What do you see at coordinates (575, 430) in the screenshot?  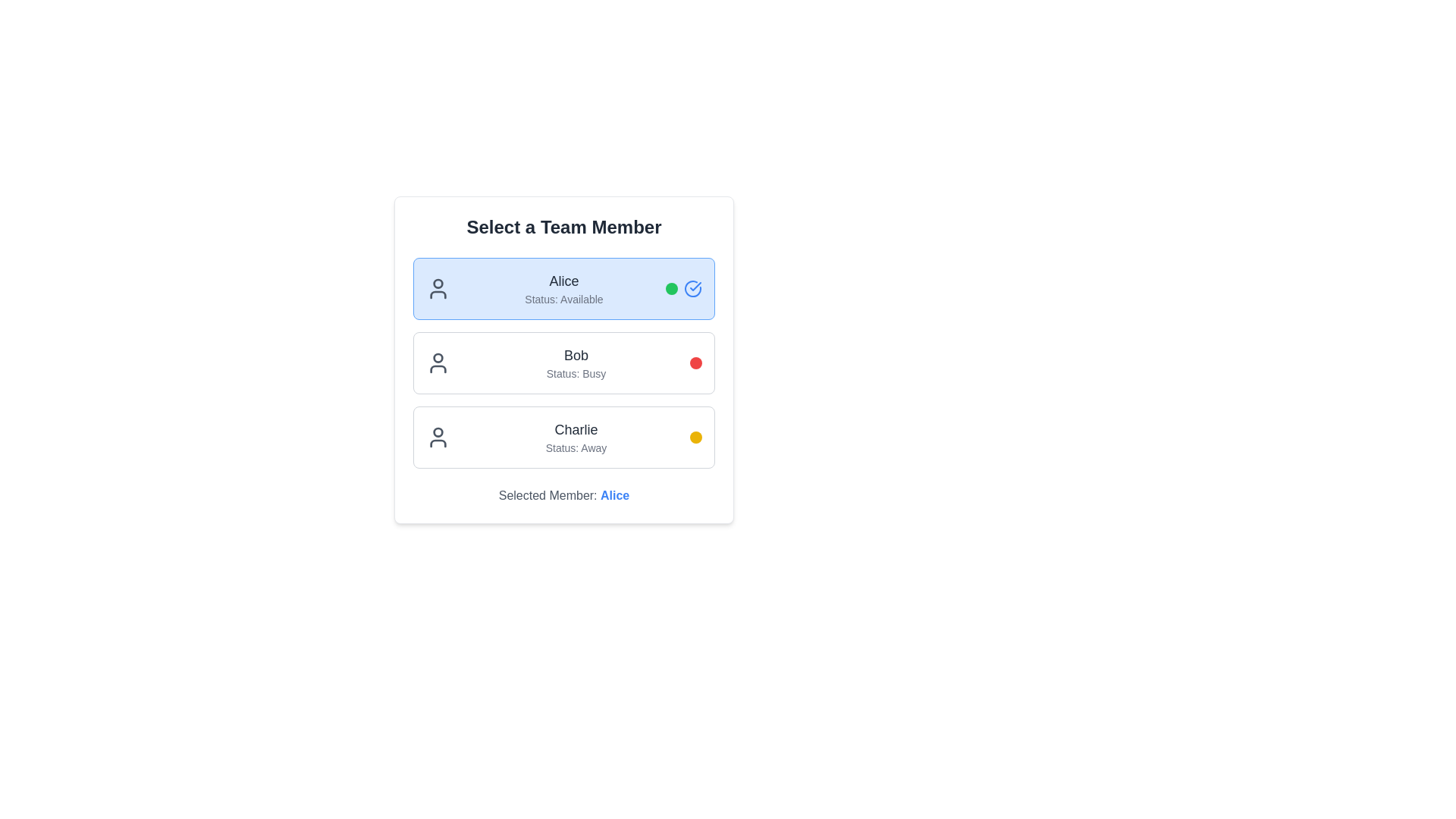 I see `the text label identifying the team member, which is located above the 'Status: Away' label` at bounding box center [575, 430].